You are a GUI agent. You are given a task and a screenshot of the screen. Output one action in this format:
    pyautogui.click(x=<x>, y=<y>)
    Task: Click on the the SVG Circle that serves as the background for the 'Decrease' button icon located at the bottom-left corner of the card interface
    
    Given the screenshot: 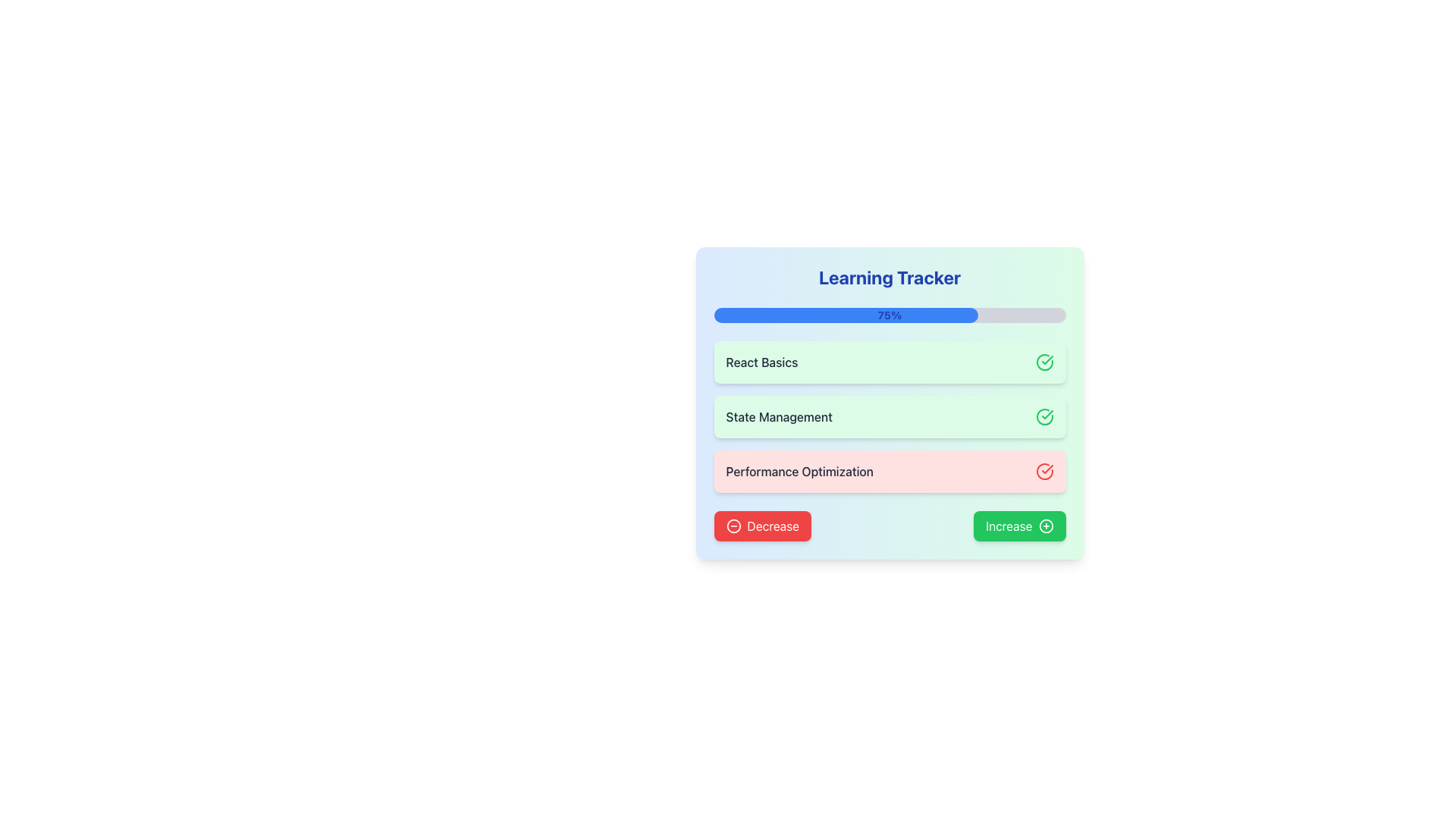 What is the action you would take?
    pyautogui.click(x=733, y=526)
    